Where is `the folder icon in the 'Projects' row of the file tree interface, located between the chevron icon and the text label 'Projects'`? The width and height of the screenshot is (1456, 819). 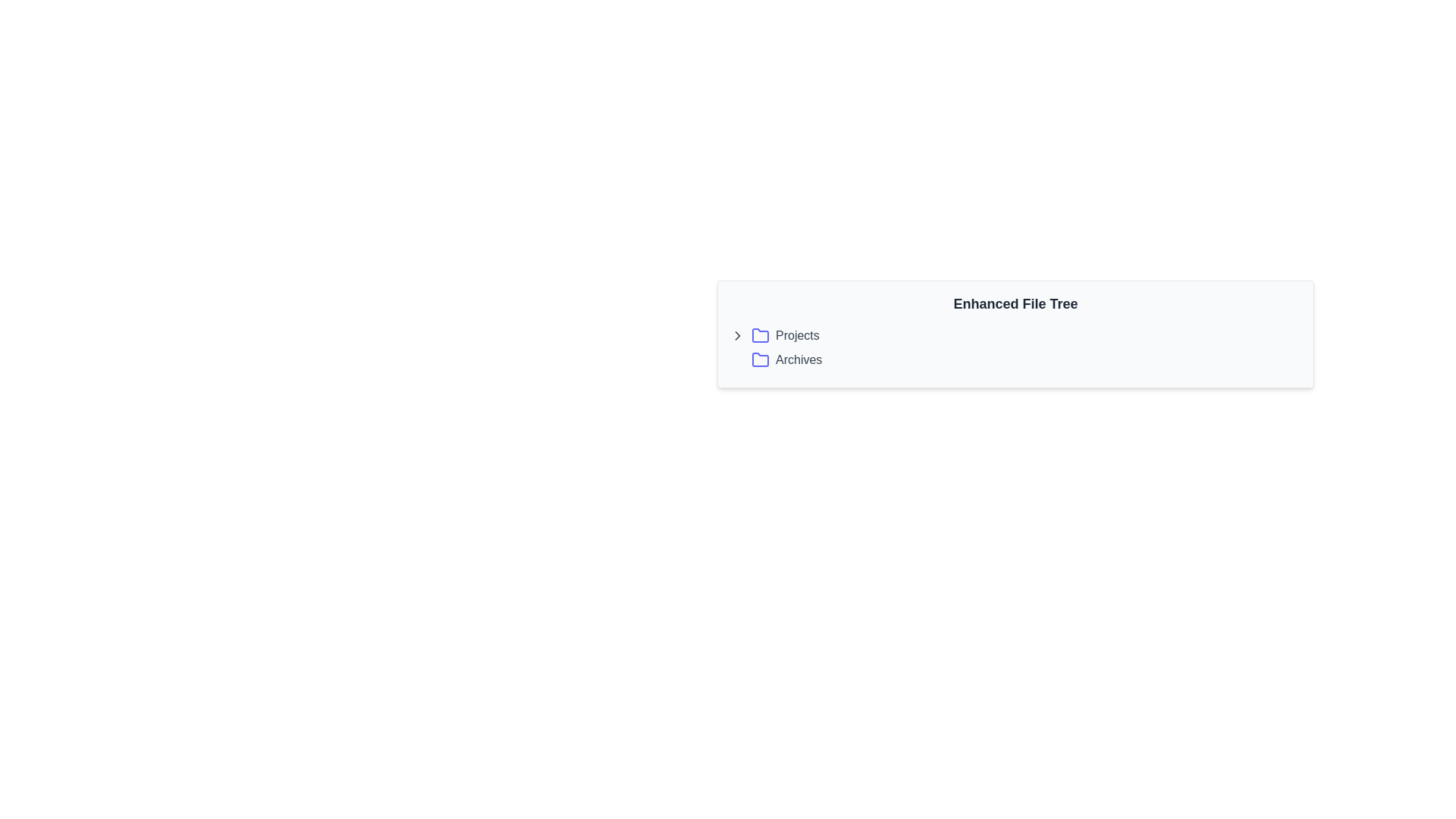 the folder icon in the 'Projects' row of the file tree interface, located between the chevron icon and the text label 'Projects' is located at coordinates (761, 335).